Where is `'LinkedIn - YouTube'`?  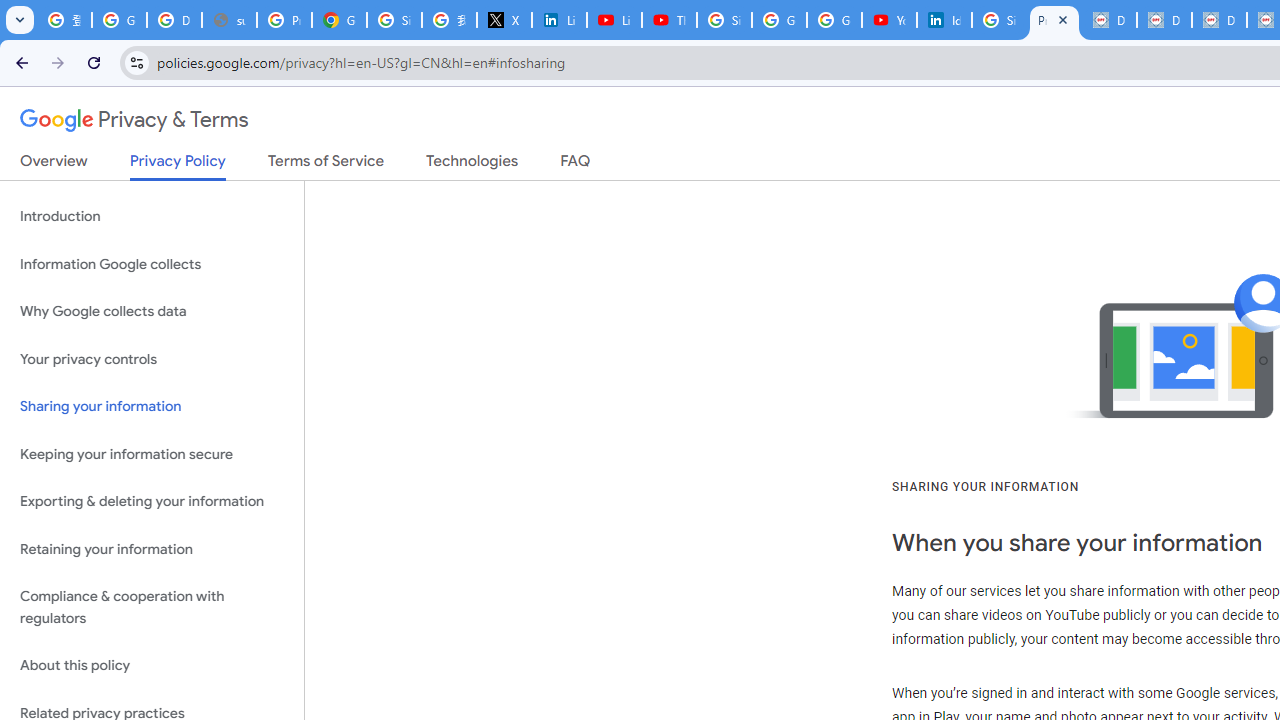
'LinkedIn - YouTube' is located at coordinates (614, 20).